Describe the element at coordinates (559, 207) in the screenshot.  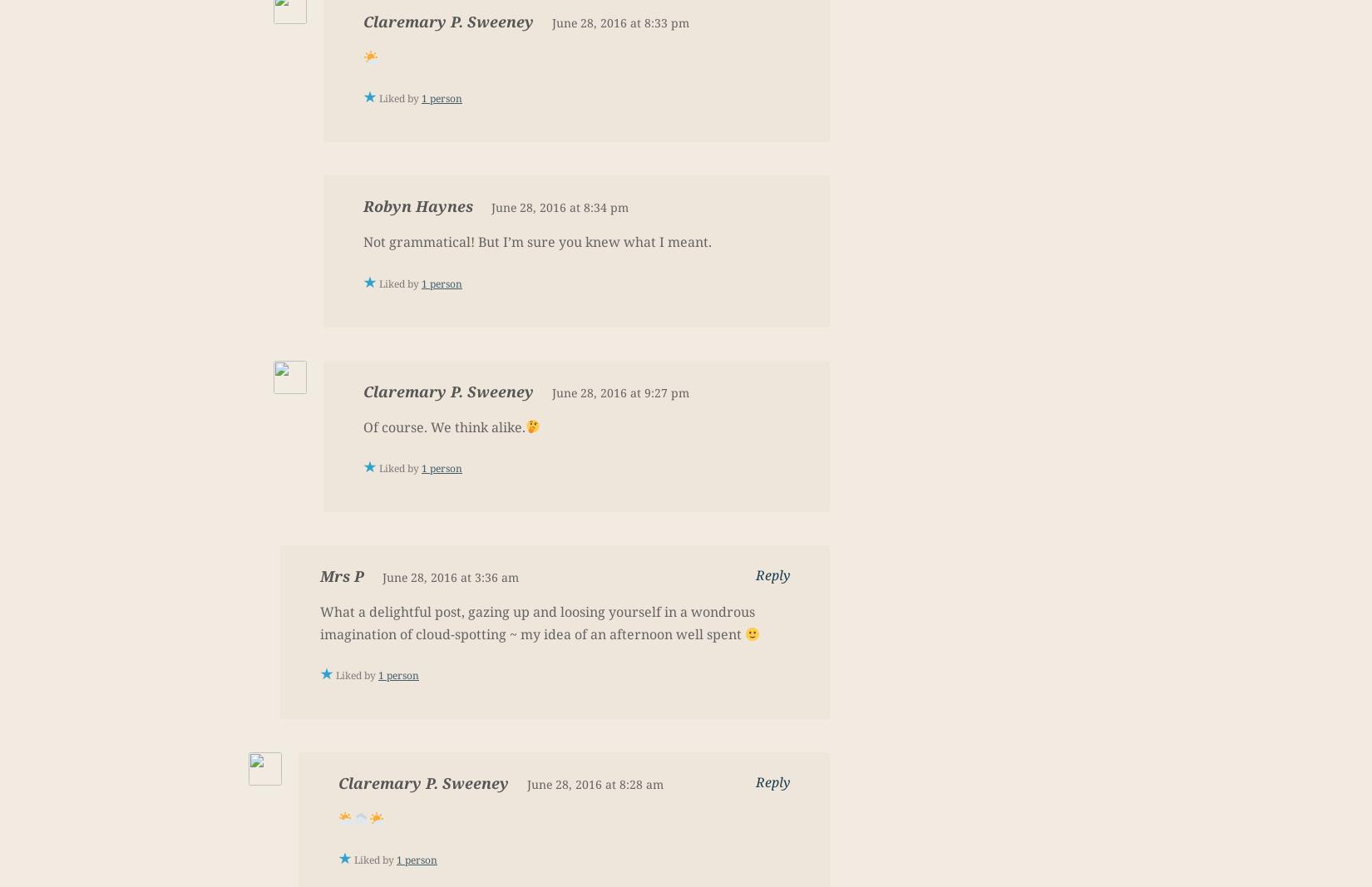
I see `'June 28, 2016 at 8:34 pm'` at that location.